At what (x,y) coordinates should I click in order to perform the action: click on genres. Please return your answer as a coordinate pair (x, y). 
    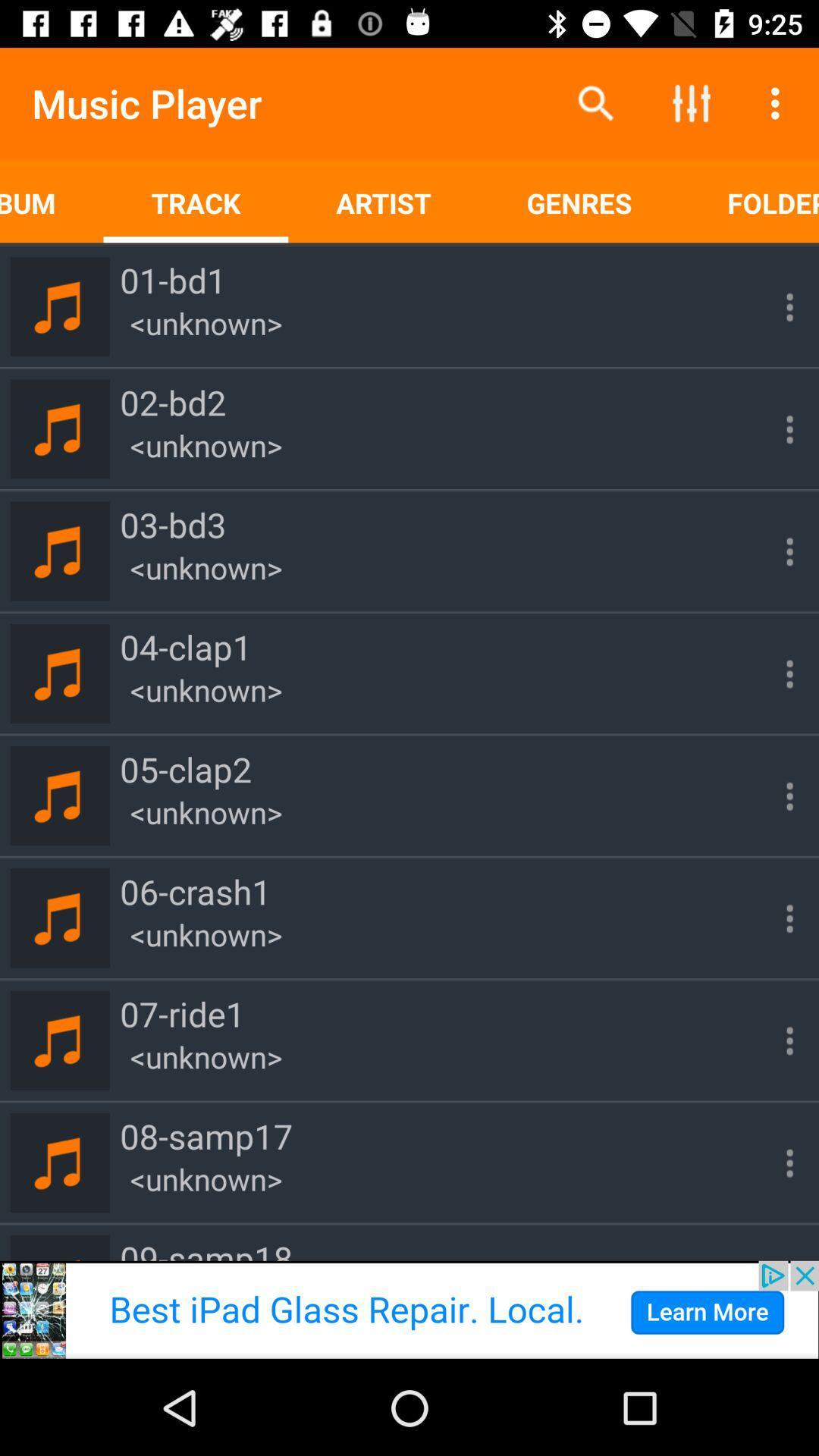
    Looking at the image, I should click on (579, 202).